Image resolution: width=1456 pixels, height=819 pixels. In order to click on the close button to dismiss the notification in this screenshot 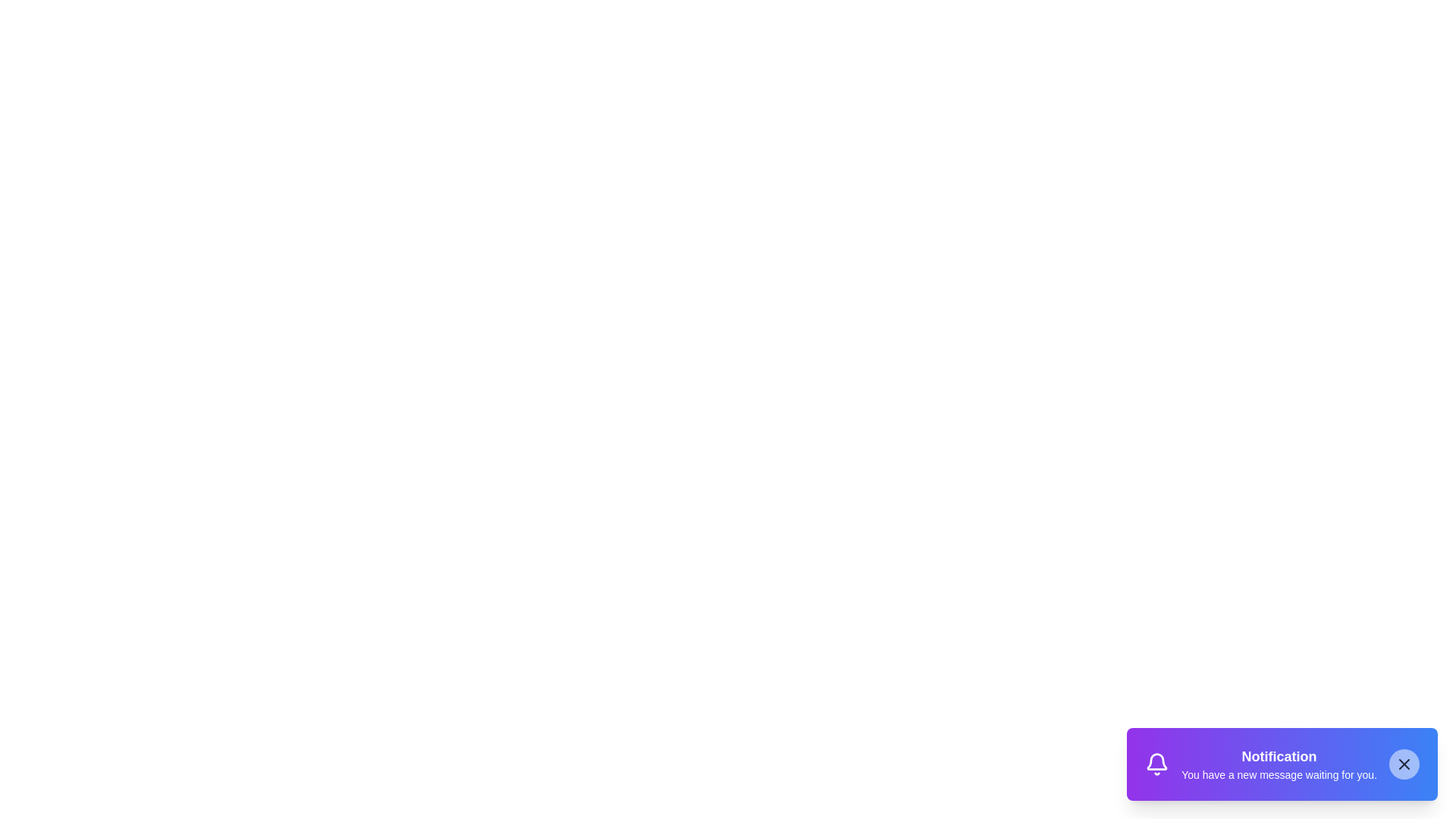, I will do `click(1404, 764)`.